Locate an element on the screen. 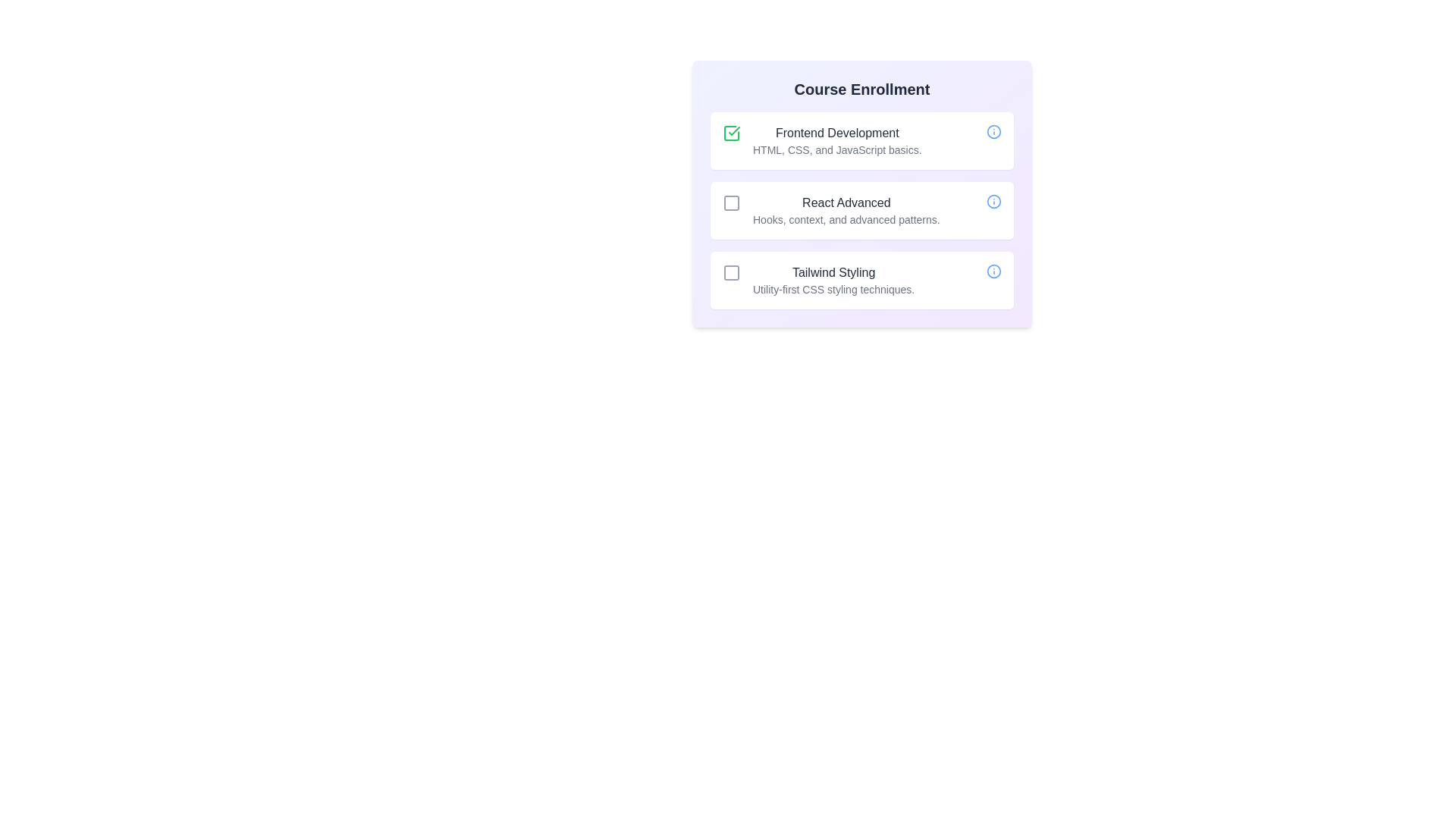 Image resolution: width=1456 pixels, height=819 pixels. the text block displaying course information titled 'Frontend Development', which is the top item under 'Course Enrollment' is located at coordinates (836, 140).